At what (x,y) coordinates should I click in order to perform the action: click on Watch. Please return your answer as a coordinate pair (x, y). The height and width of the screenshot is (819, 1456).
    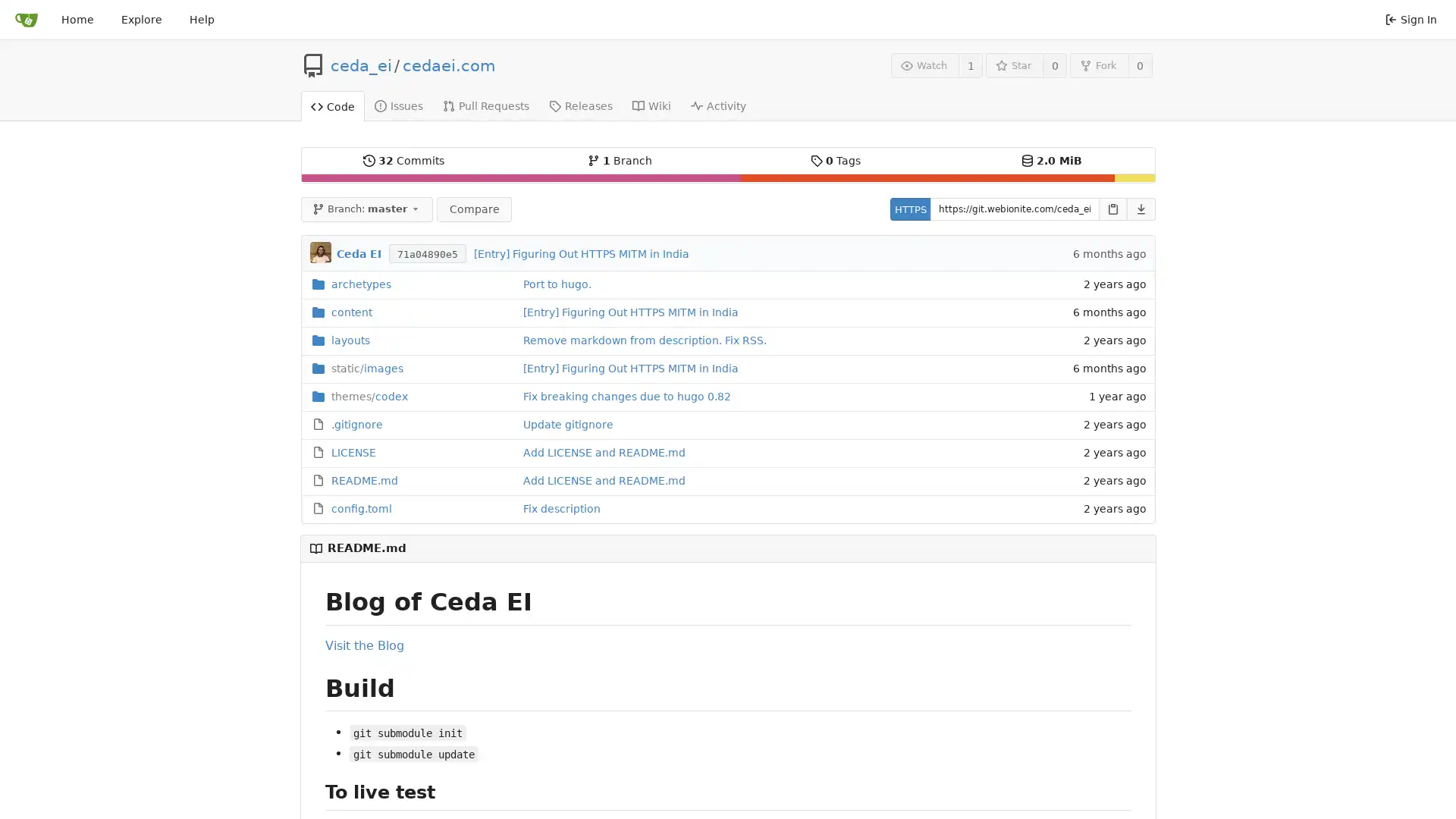
    Looking at the image, I should click on (924, 64).